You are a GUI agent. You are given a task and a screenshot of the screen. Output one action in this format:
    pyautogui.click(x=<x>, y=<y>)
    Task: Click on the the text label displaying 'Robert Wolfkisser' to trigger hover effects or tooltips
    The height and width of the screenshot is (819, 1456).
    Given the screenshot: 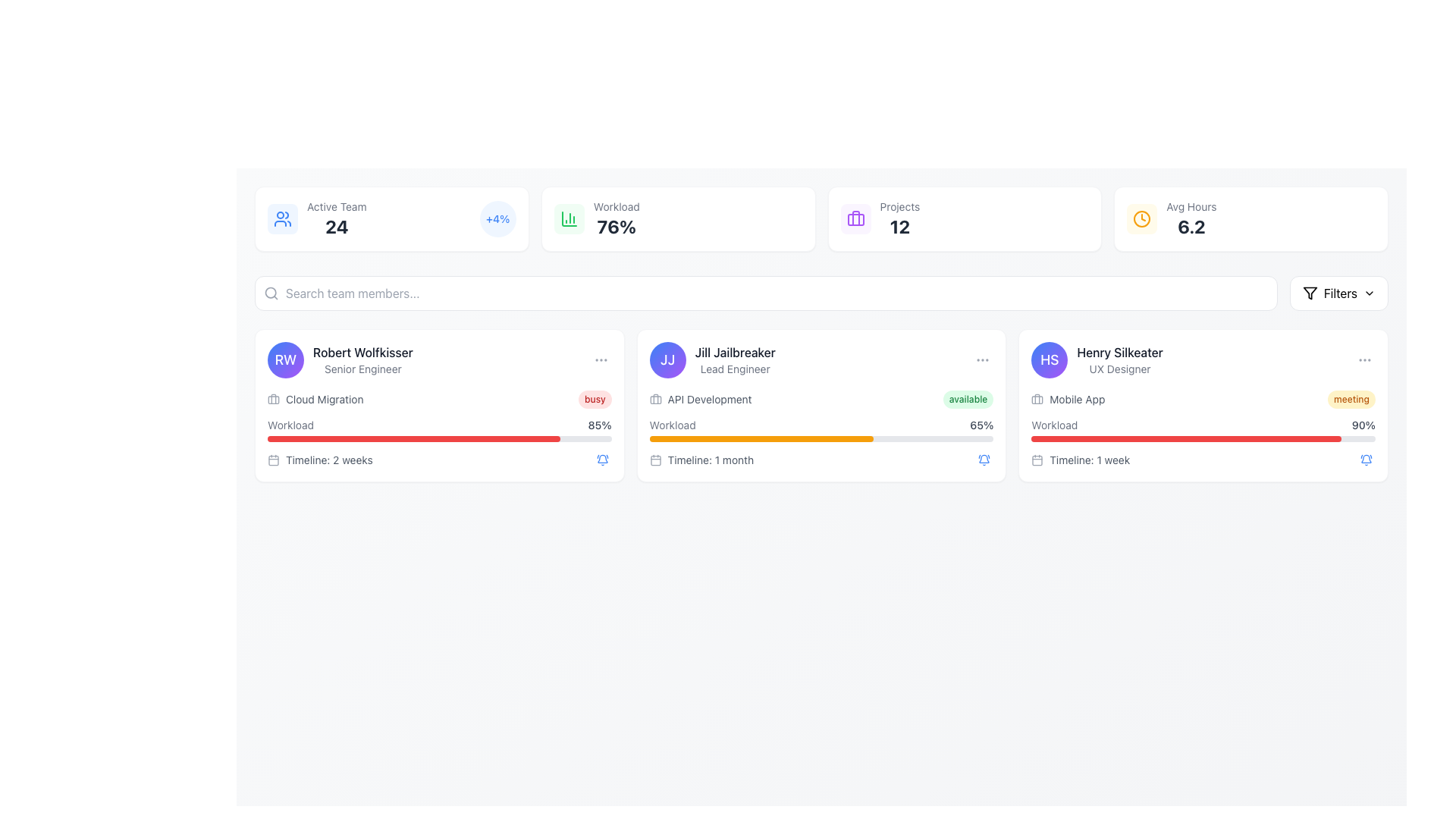 What is the action you would take?
    pyautogui.click(x=362, y=353)
    